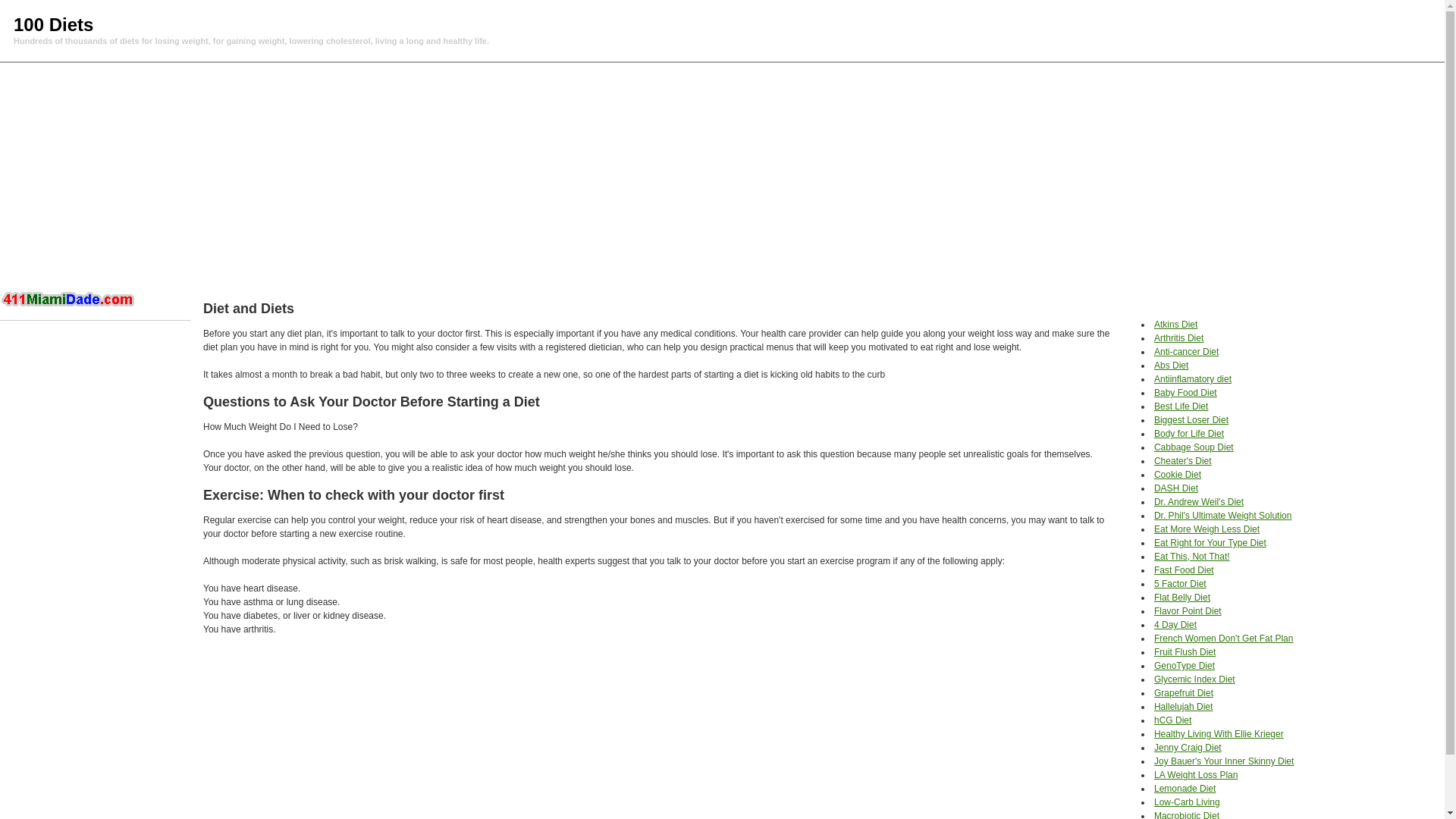 The height and width of the screenshot is (819, 1456). Describe the element at coordinates (1182, 707) in the screenshot. I see `'Hallelujah Diet'` at that location.